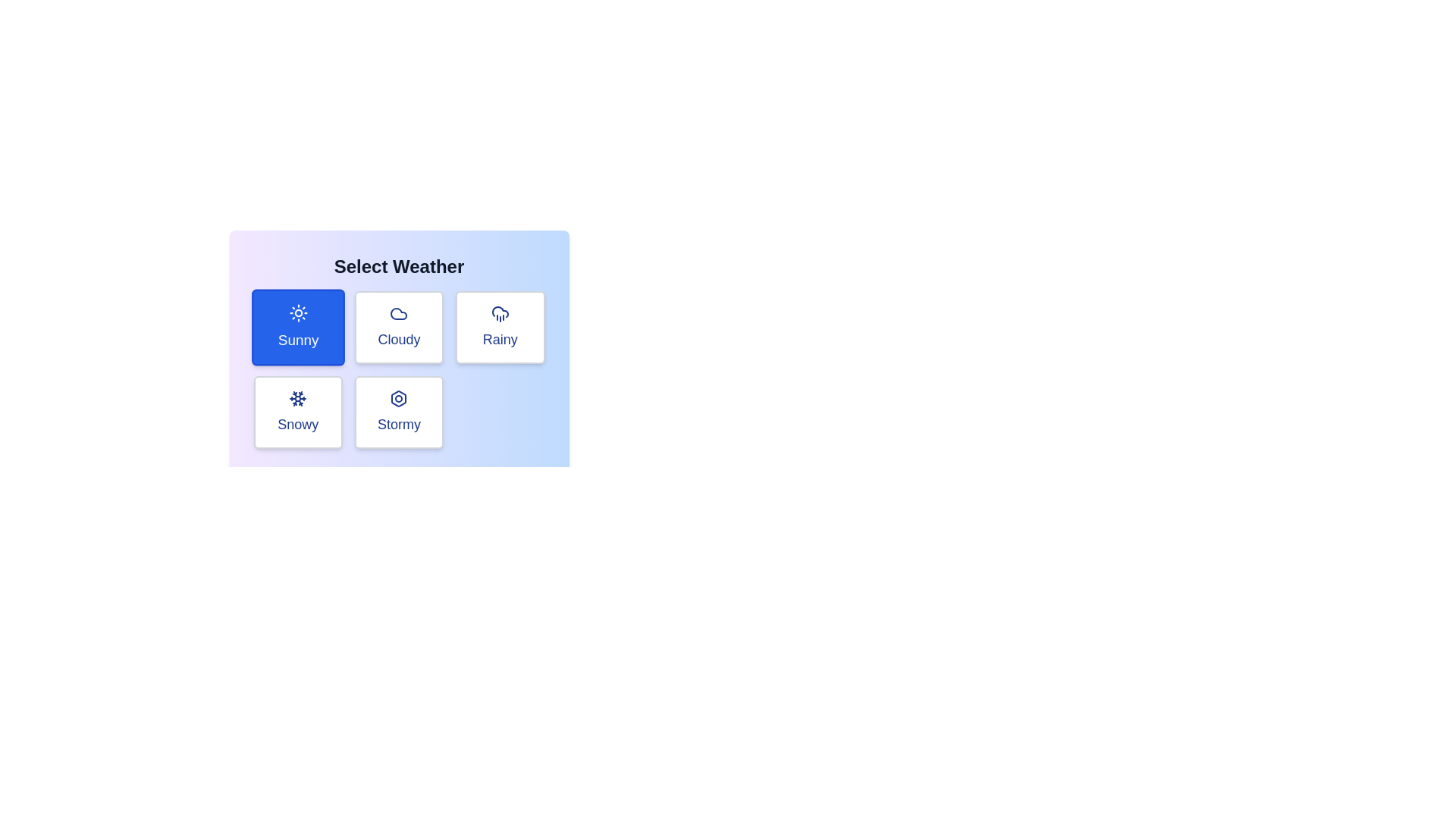  Describe the element at coordinates (298, 412) in the screenshot. I see `the 'Snowy' button, which is the first option in the second row of a weather selection menu, located below 'Sunny' and to the left of 'Stormy'` at that location.